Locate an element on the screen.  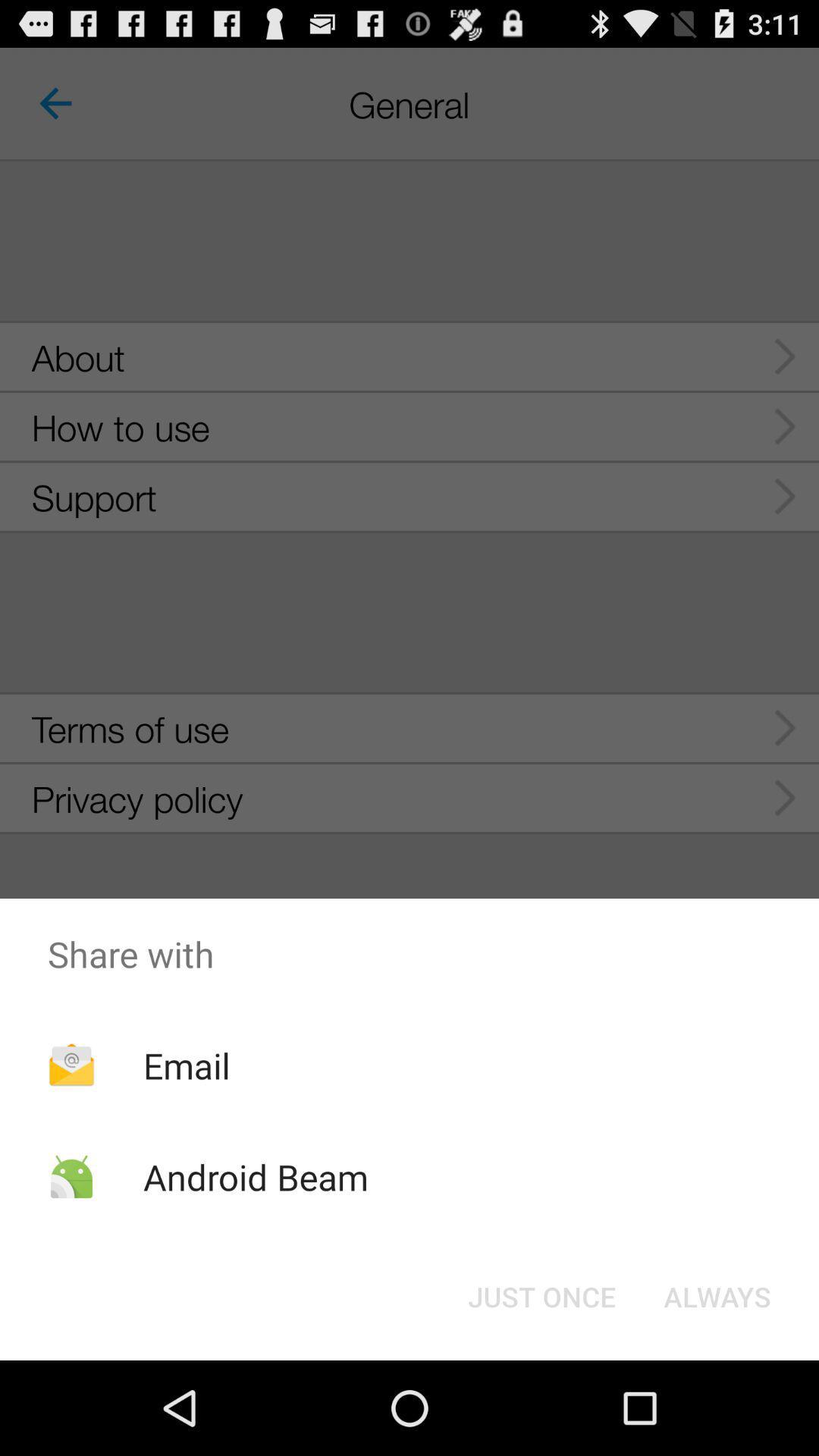
always button is located at coordinates (717, 1295).